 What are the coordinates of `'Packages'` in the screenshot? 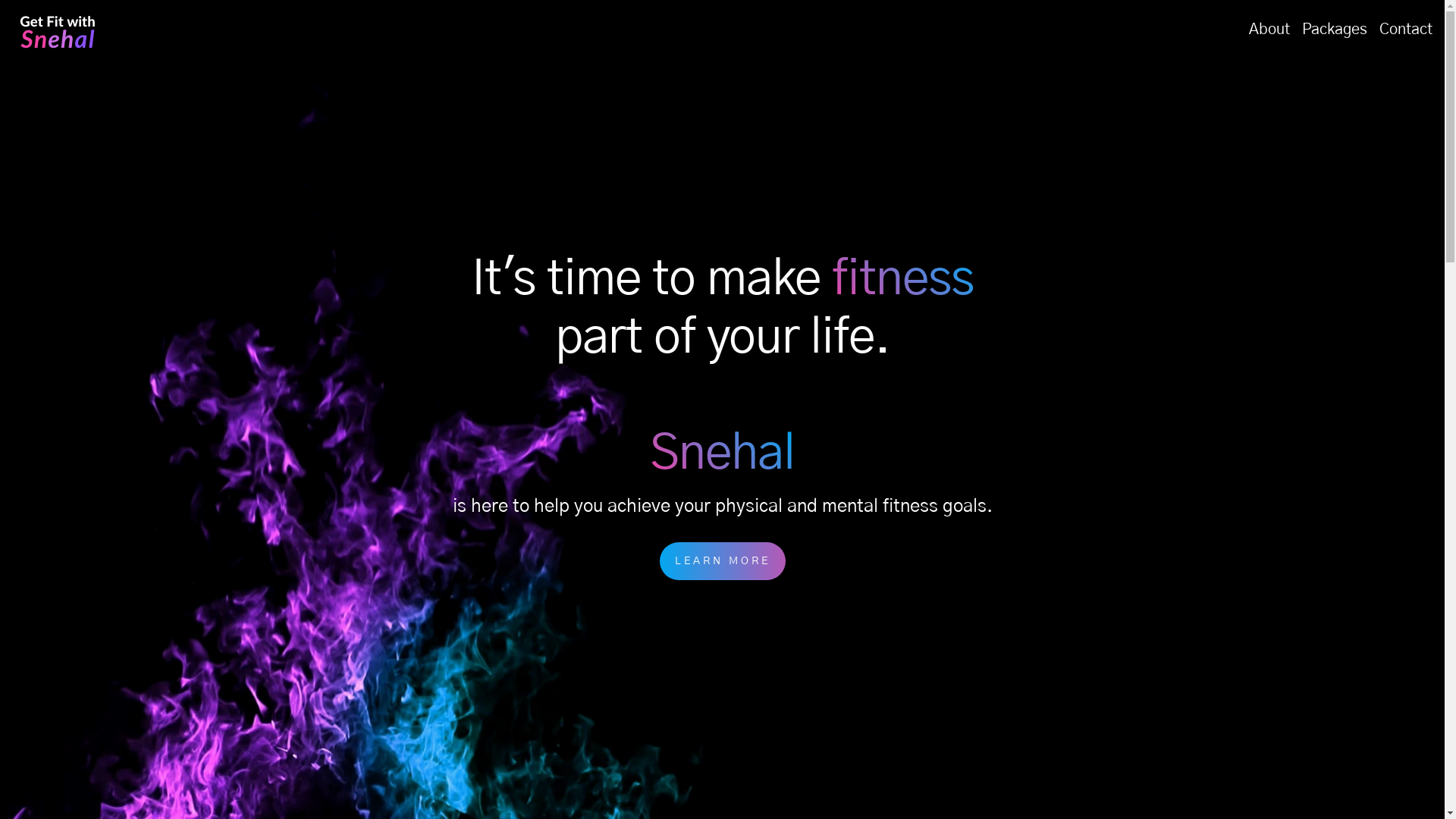 It's located at (1335, 29).